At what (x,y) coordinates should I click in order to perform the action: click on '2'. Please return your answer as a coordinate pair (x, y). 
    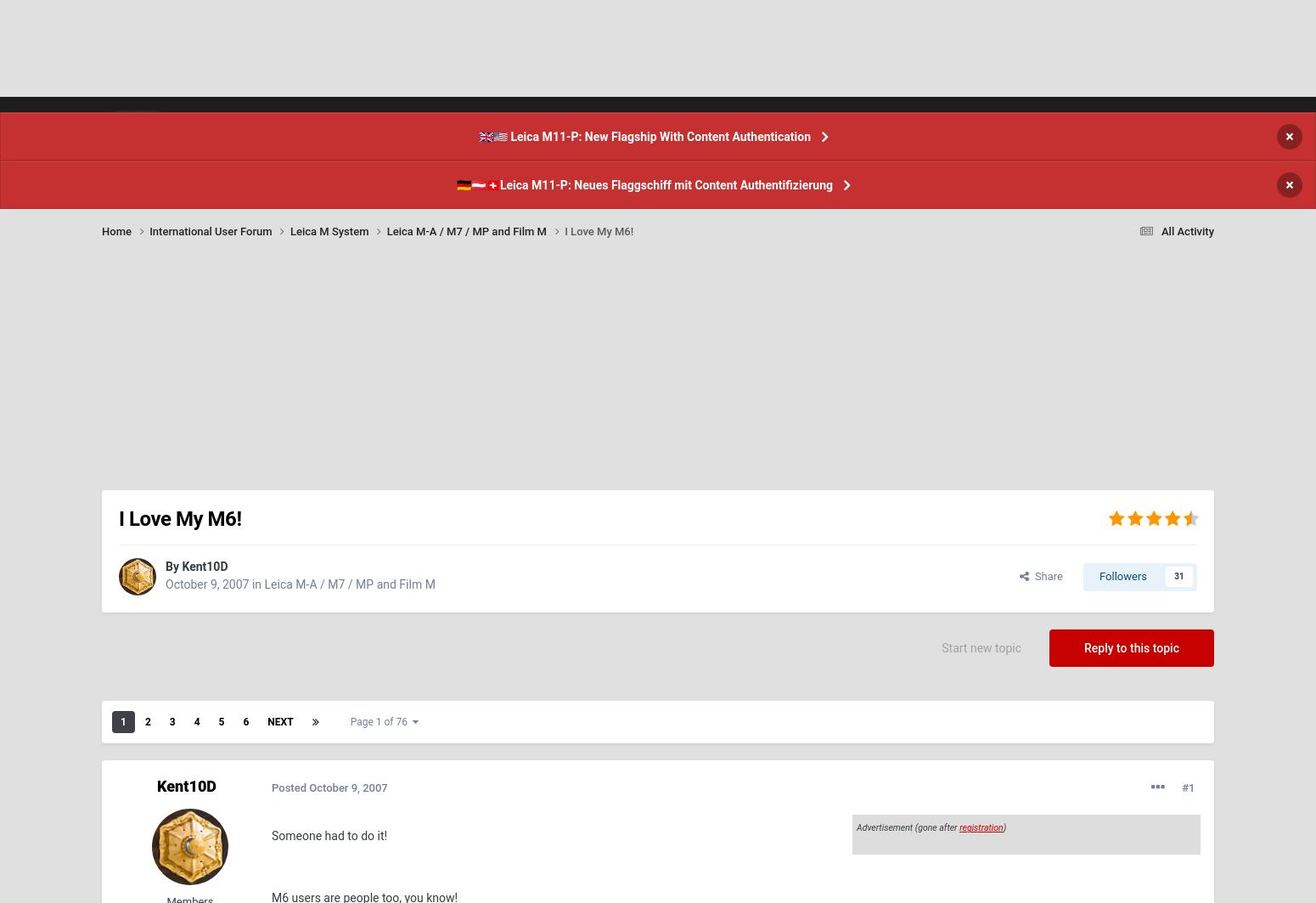
    Looking at the image, I should click on (146, 764).